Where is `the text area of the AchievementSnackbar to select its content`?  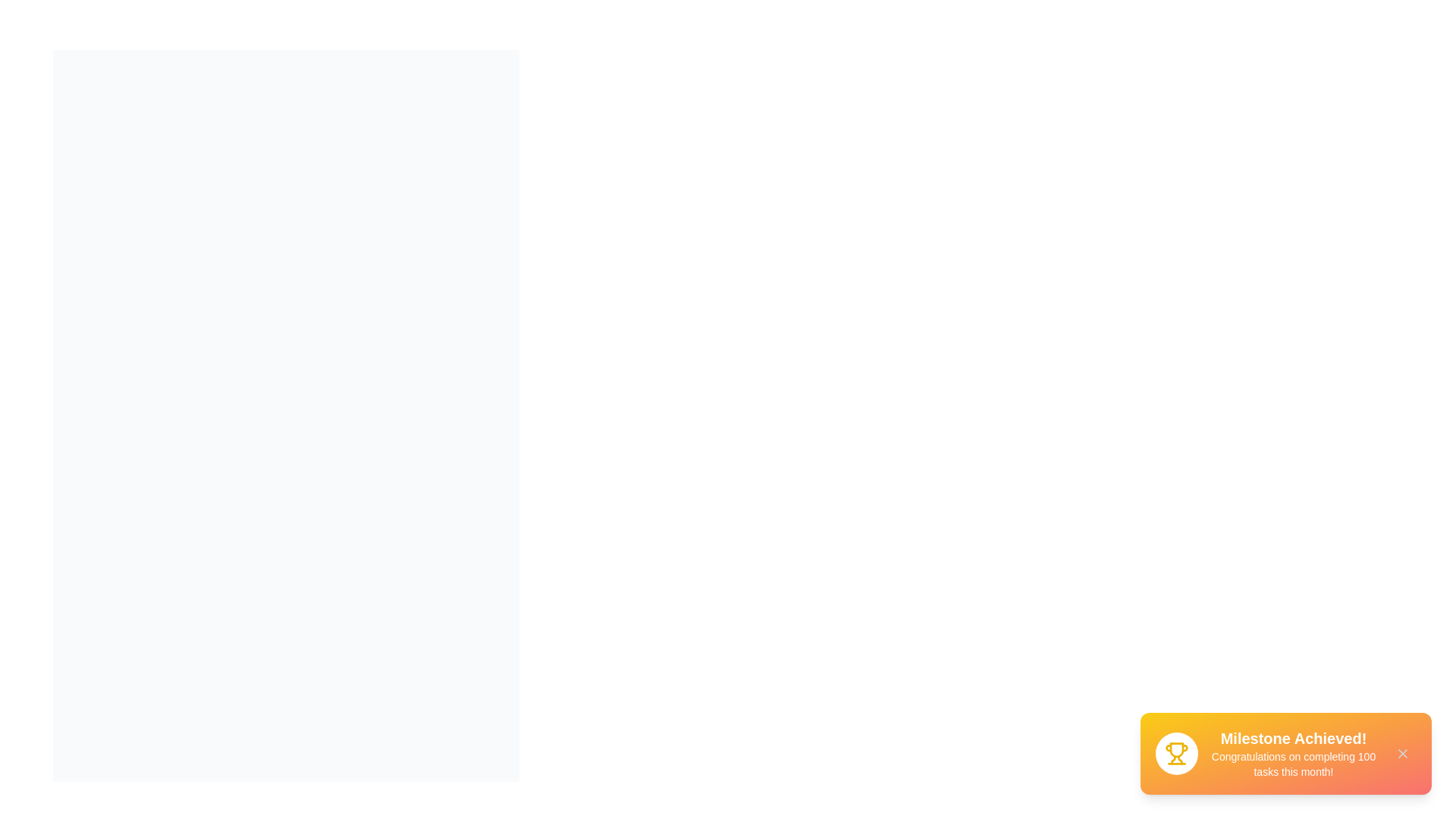 the text area of the AchievementSnackbar to select its content is located at coordinates (1292, 754).